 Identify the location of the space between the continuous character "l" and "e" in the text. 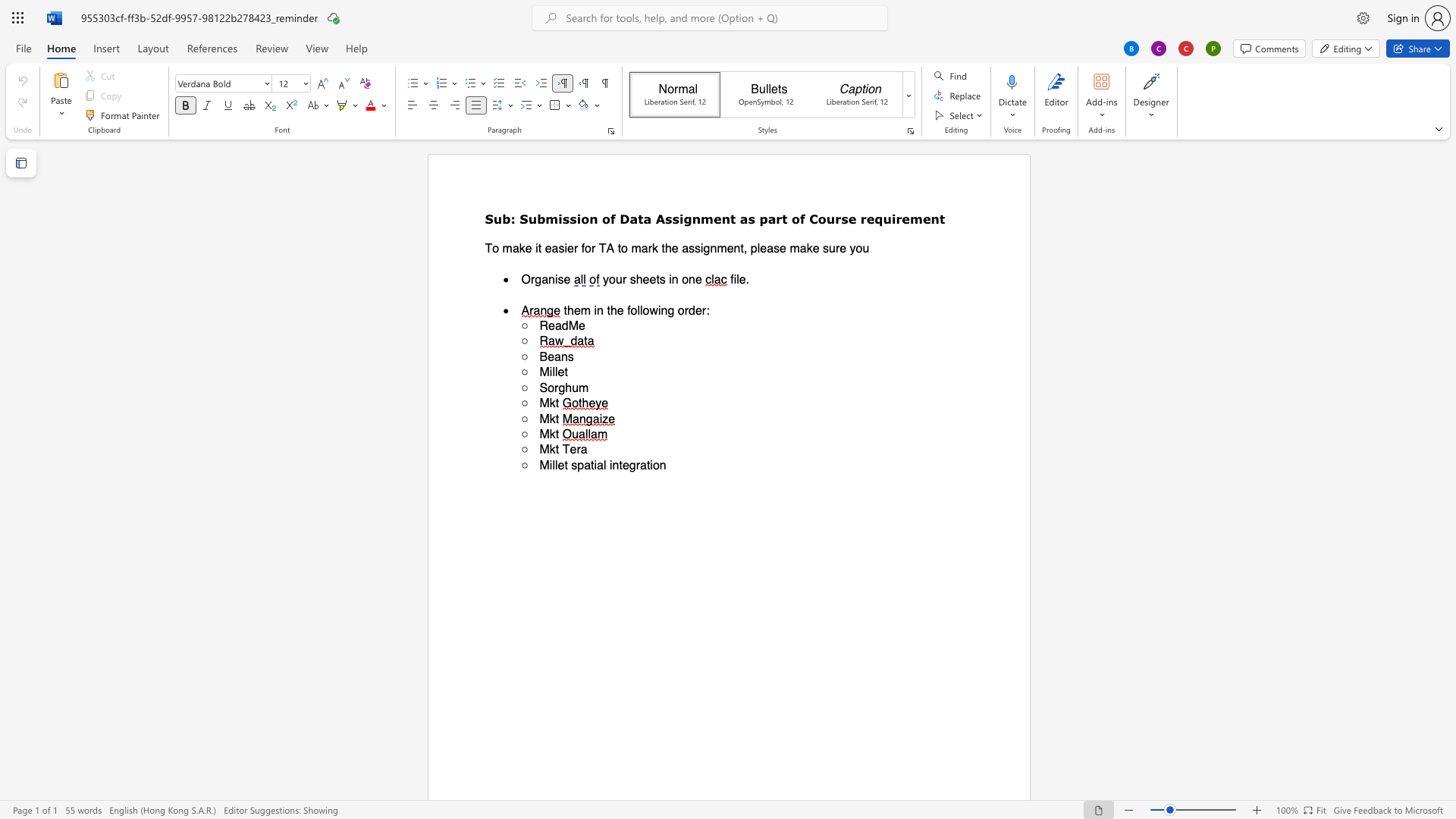
(557, 464).